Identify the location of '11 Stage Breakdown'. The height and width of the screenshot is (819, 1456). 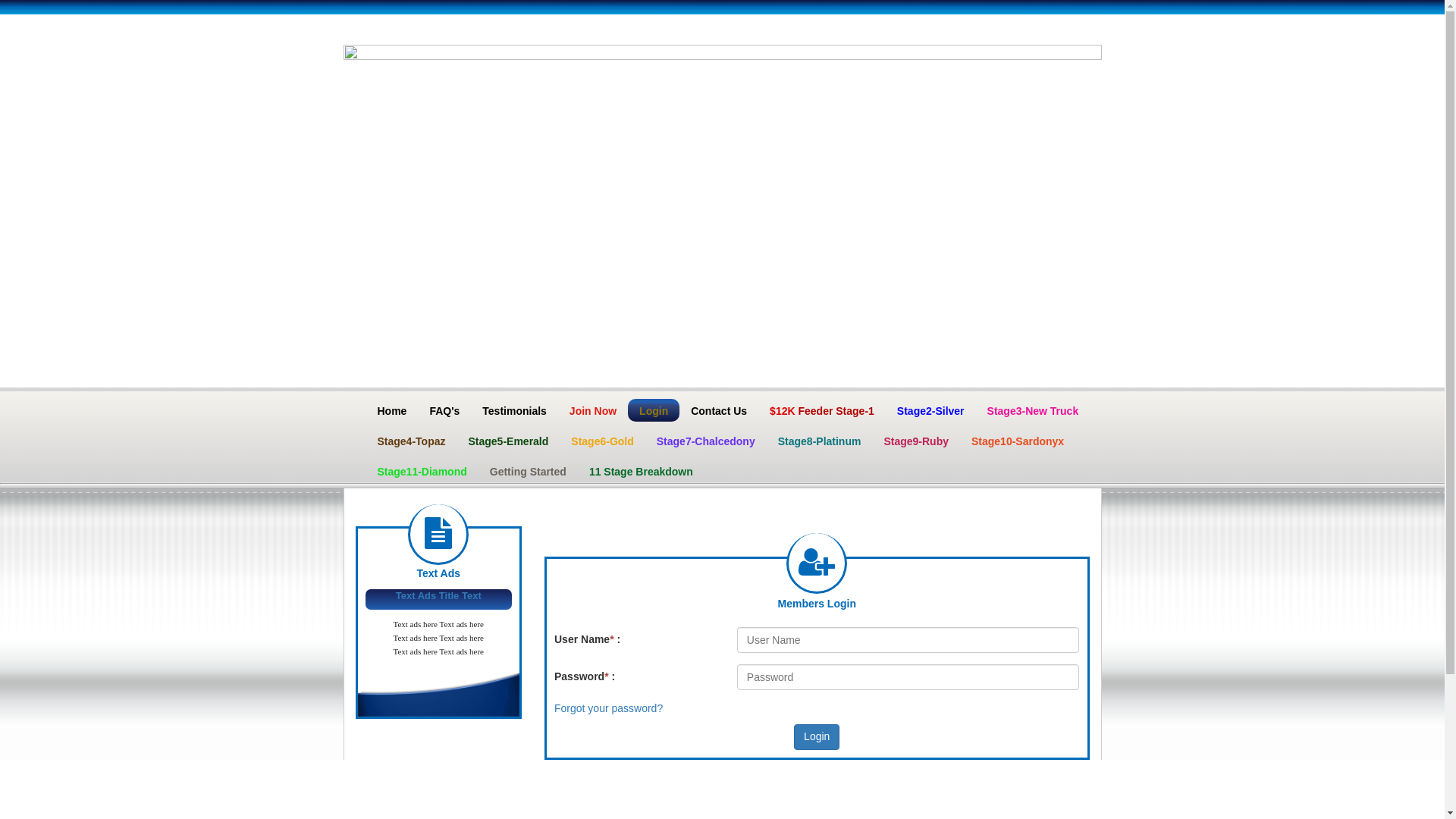
(641, 470).